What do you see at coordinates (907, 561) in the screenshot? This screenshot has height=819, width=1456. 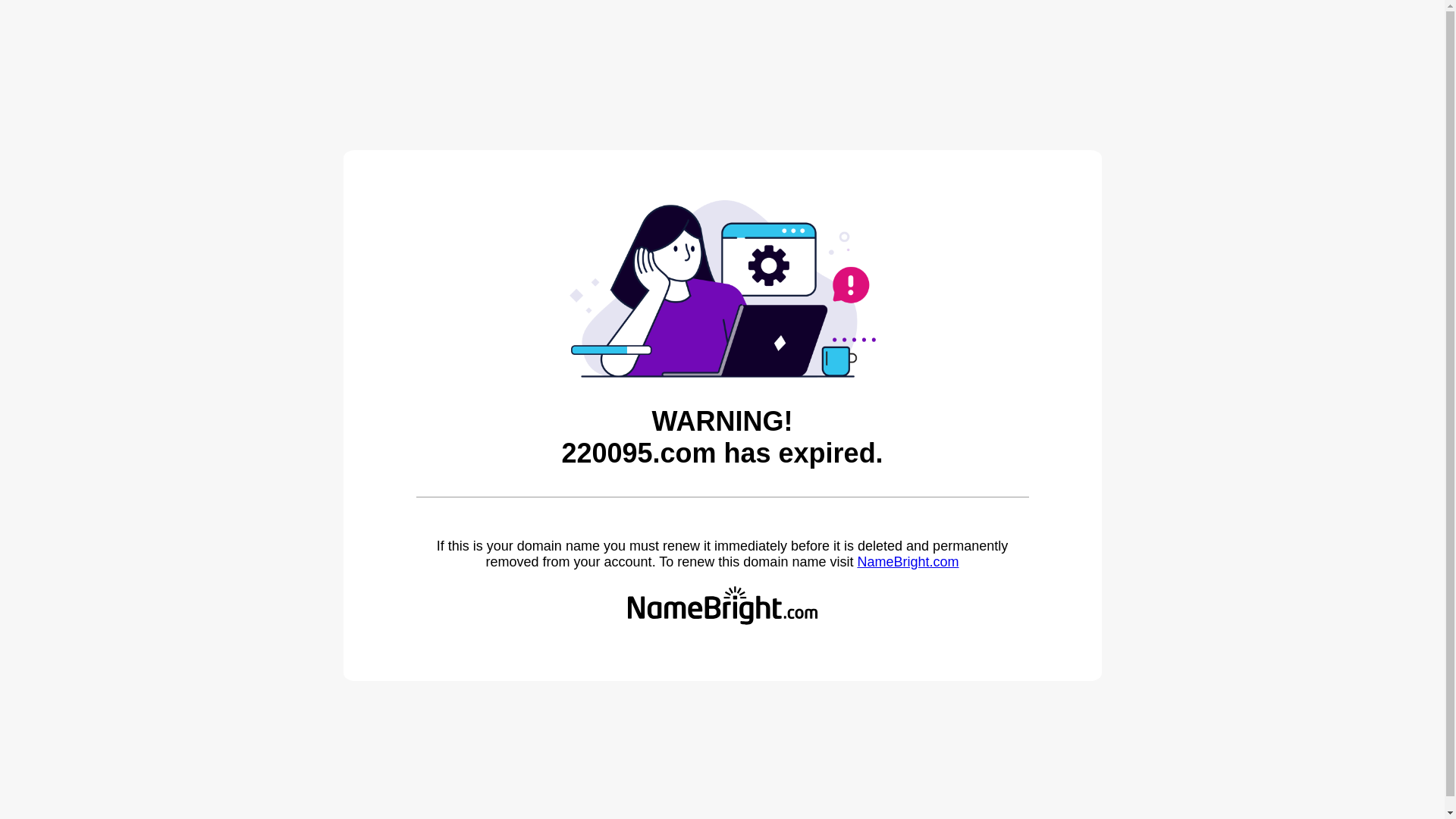 I see `'NameBright.com'` at bounding box center [907, 561].